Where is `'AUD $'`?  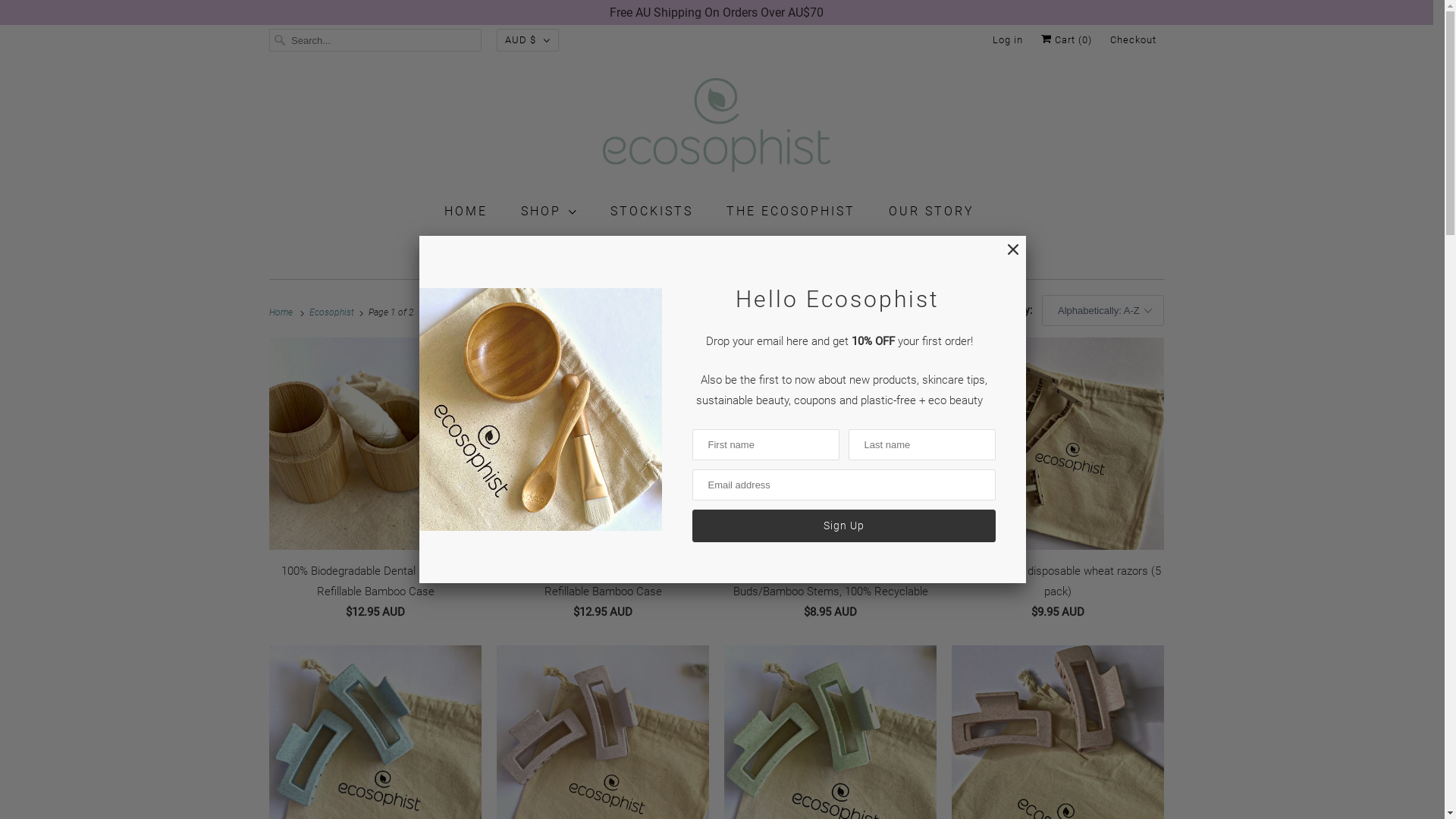
'AUD $' is located at coordinates (496, 39).